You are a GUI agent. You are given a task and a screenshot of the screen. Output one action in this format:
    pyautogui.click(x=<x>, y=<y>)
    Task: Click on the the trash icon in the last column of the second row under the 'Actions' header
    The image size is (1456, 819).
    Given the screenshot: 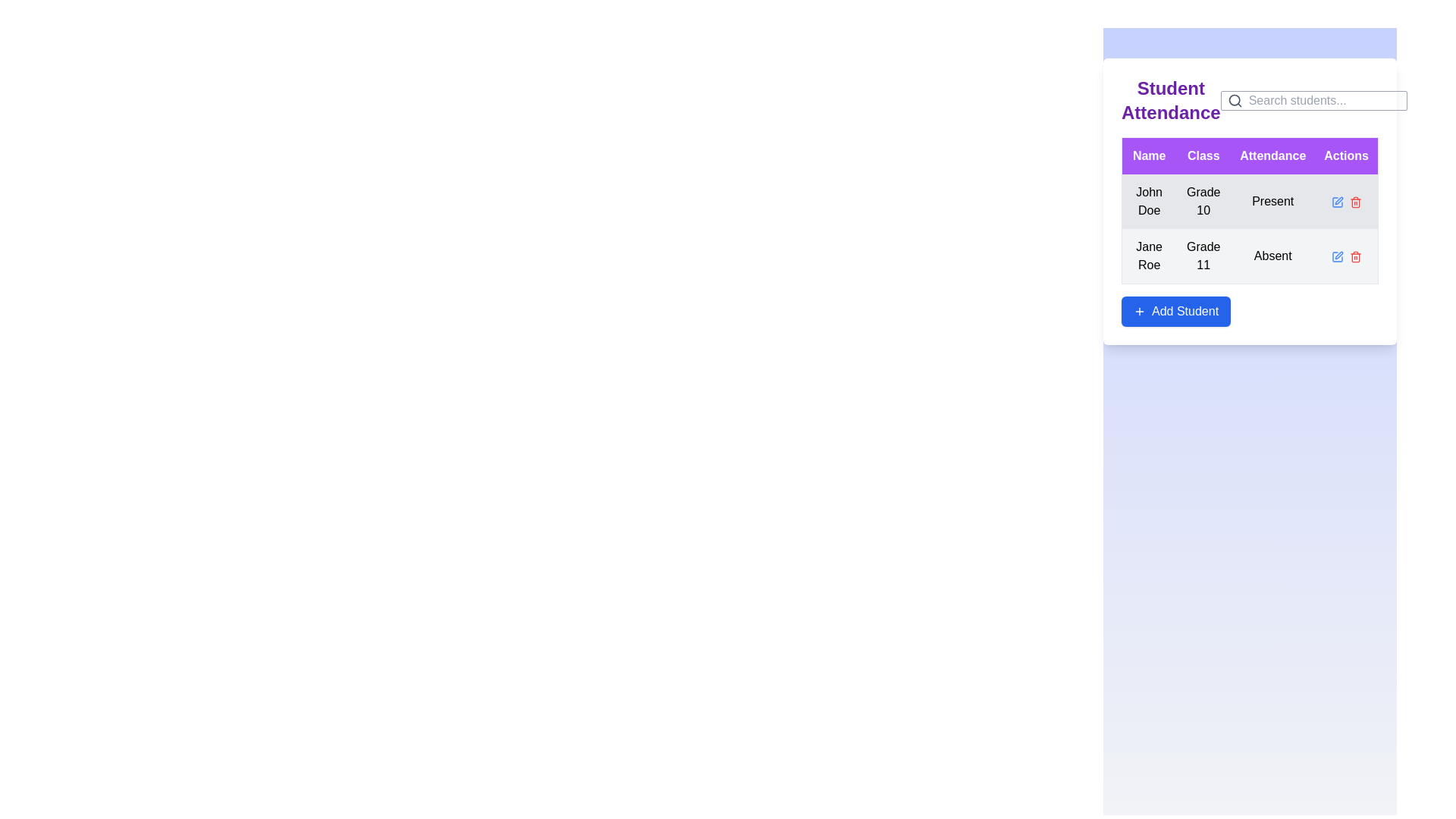 What is the action you would take?
    pyautogui.click(x=1355, y=256)
    